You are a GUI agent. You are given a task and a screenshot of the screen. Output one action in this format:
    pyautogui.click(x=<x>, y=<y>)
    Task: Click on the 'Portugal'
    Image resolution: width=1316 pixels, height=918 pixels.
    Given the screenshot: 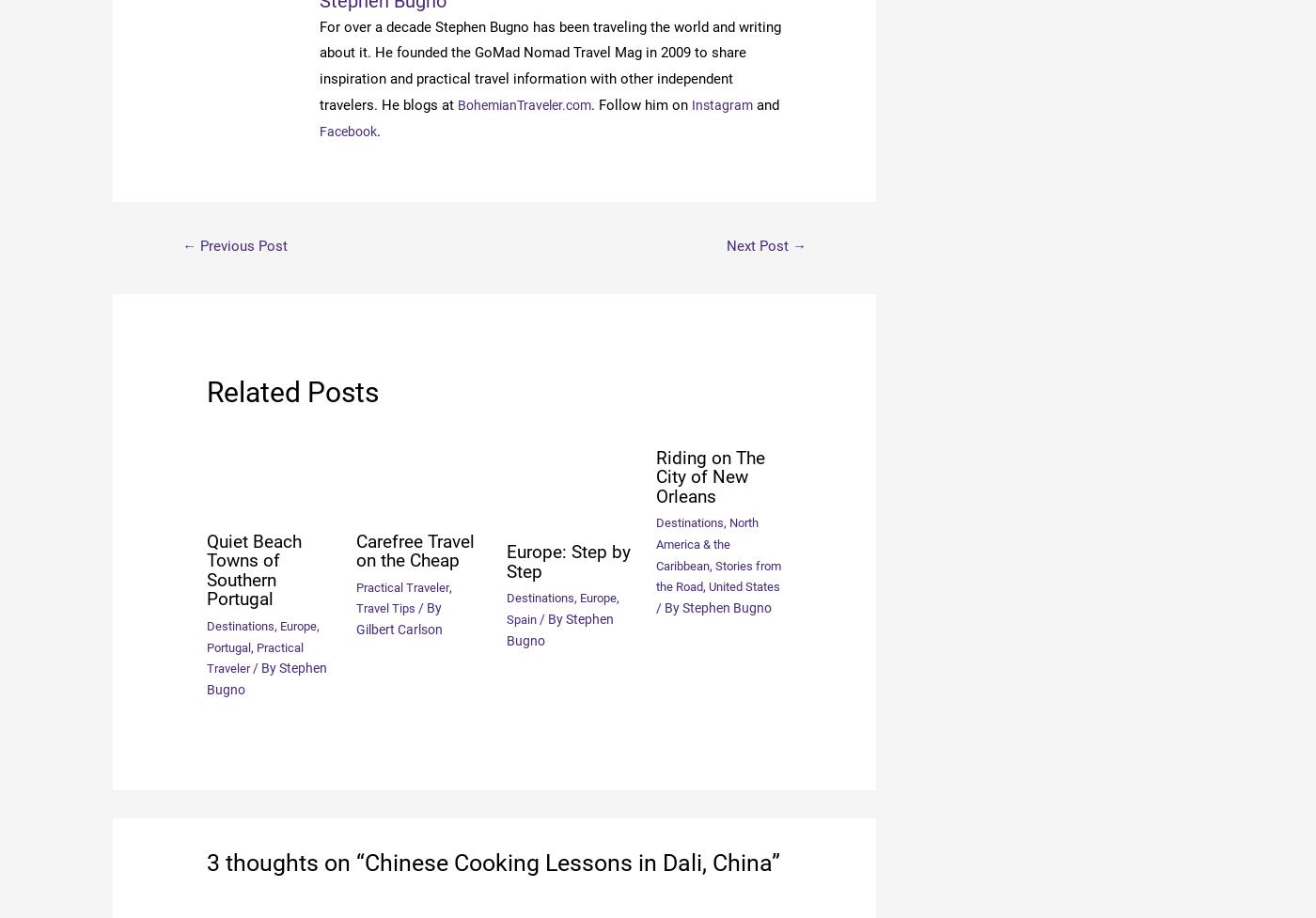 What is the action you would take?
    pyautogui.click(x=231, y=646)
    